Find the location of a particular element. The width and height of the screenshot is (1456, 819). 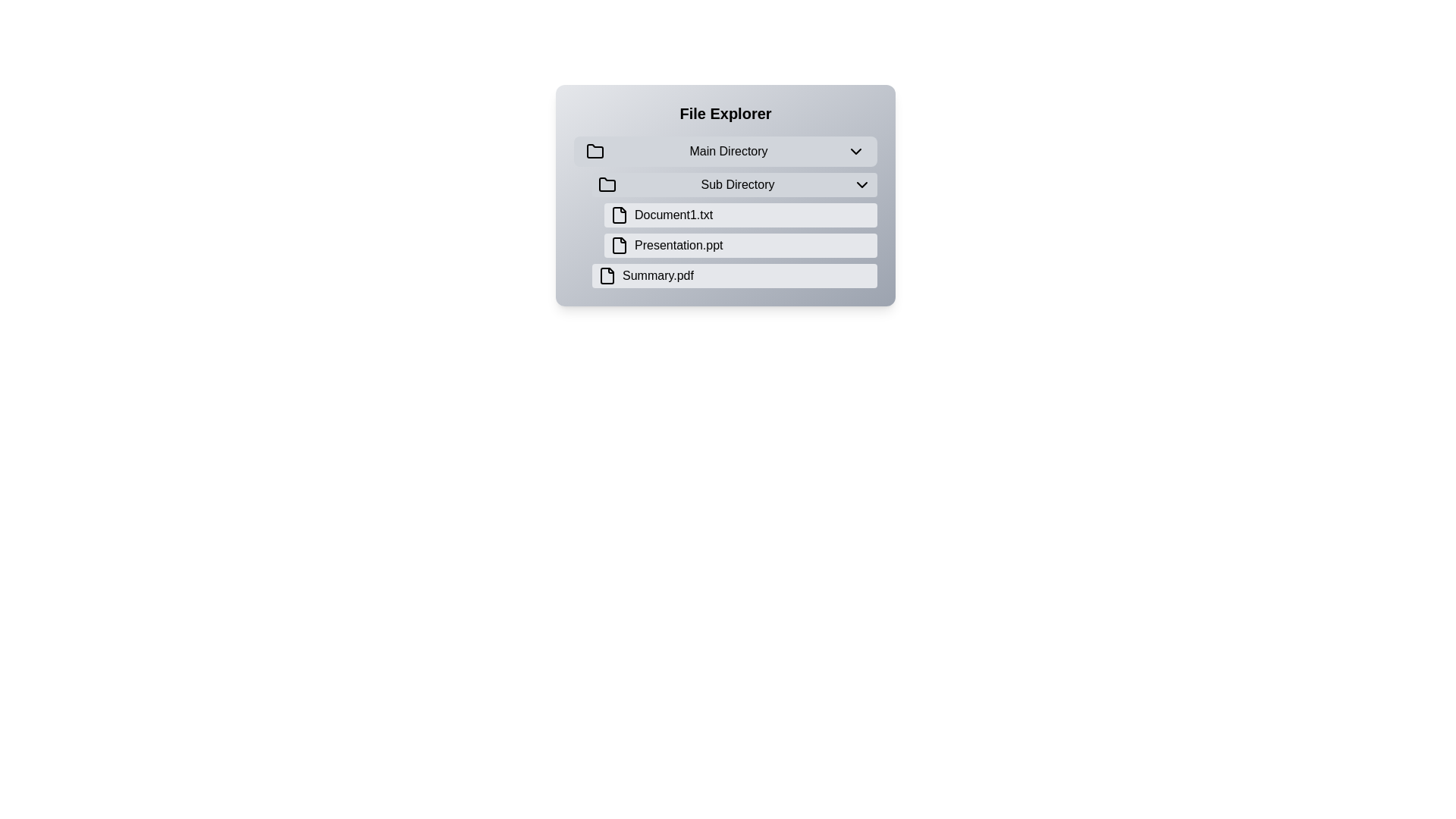

the visual indicator icon representing the 'Summary.pdf' file located at the bottom of the file list in the 'File Explorer' interface is located at coordinates (607, 275).